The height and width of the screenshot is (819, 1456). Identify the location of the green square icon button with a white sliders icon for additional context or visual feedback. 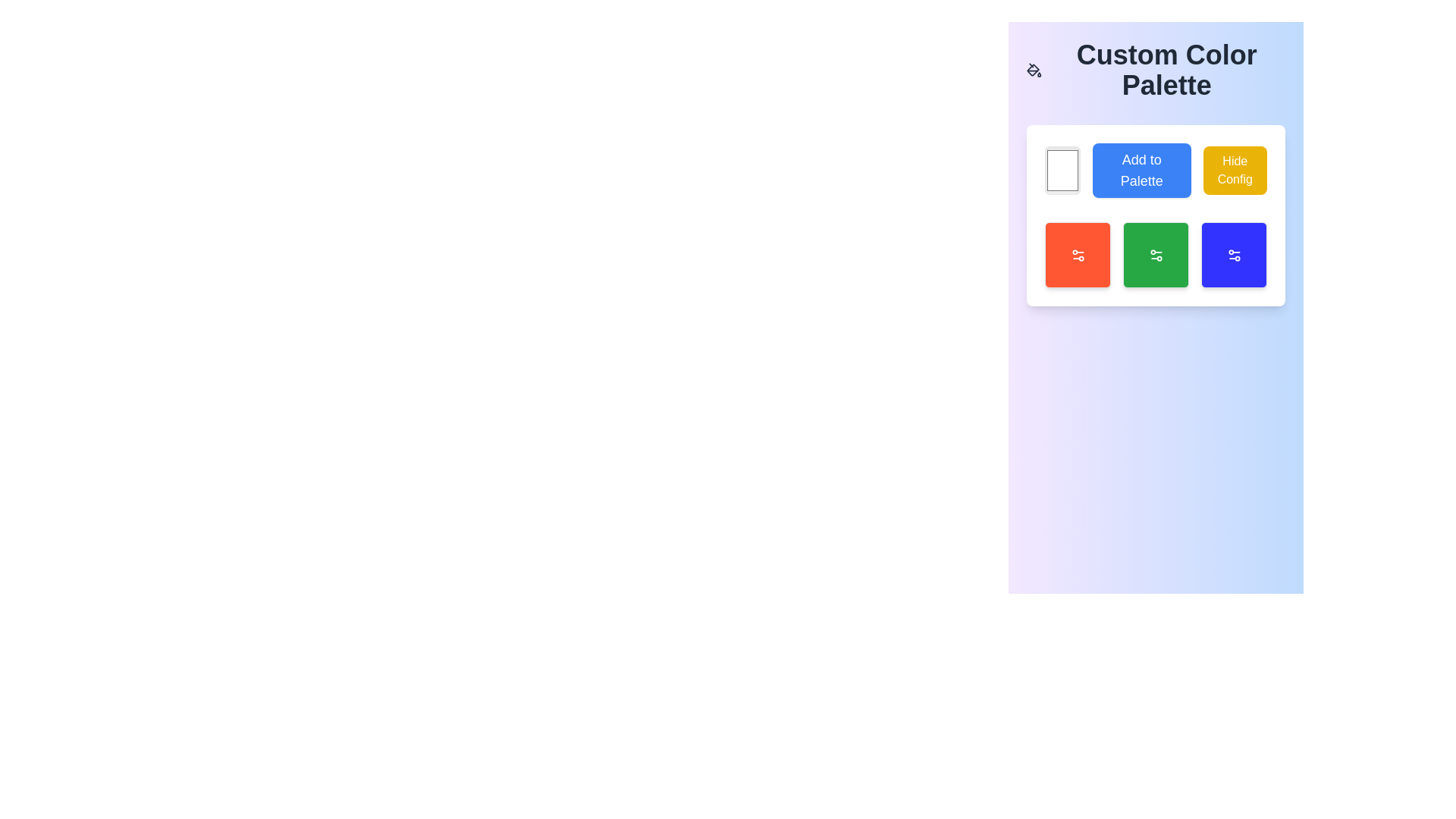
(1155, 254).